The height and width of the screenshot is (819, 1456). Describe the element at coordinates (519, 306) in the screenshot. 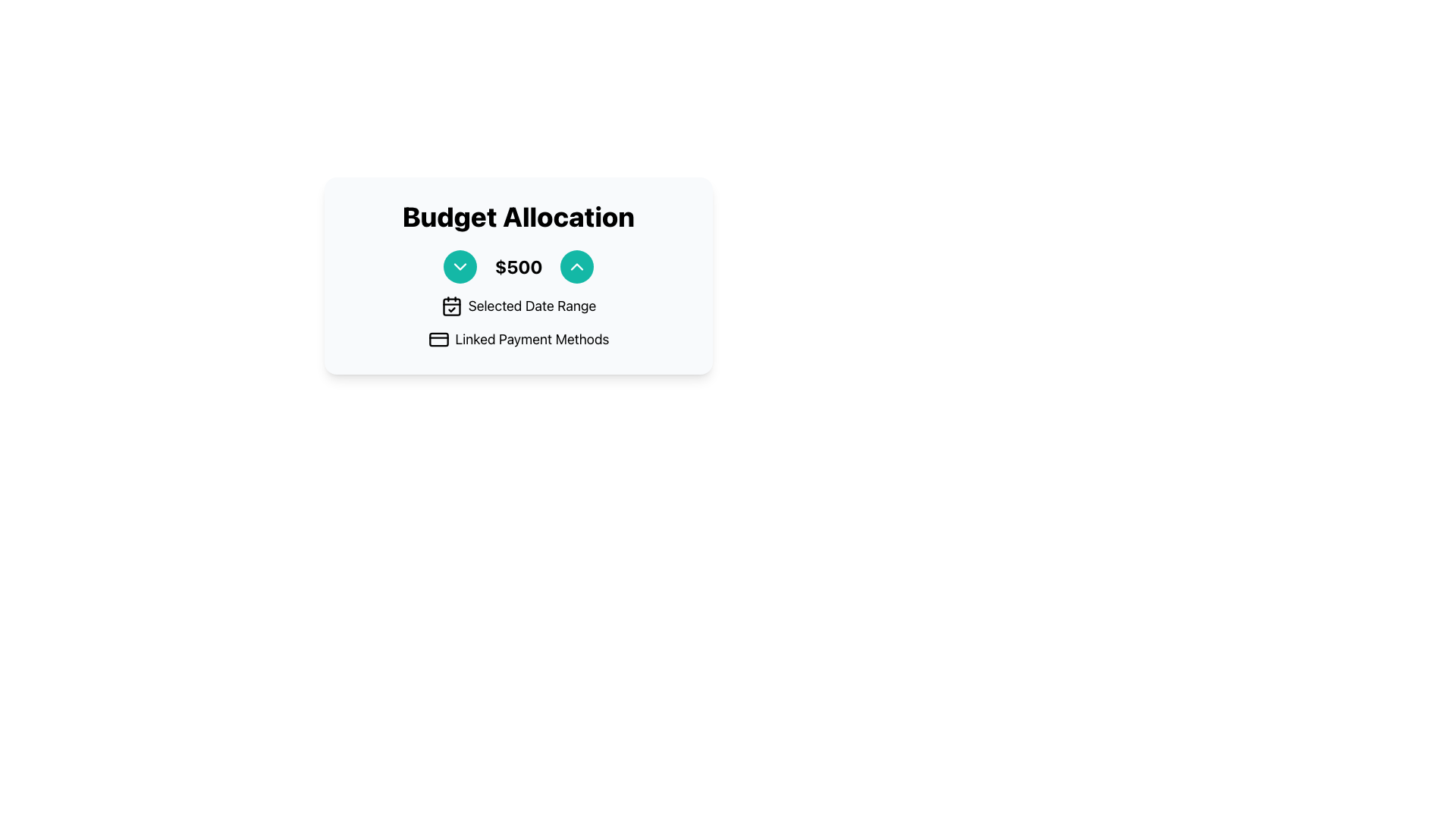

I see `the non-interactive informational element that displays a selected date range, located above the 'Linked Payment Methods' item` at that location.